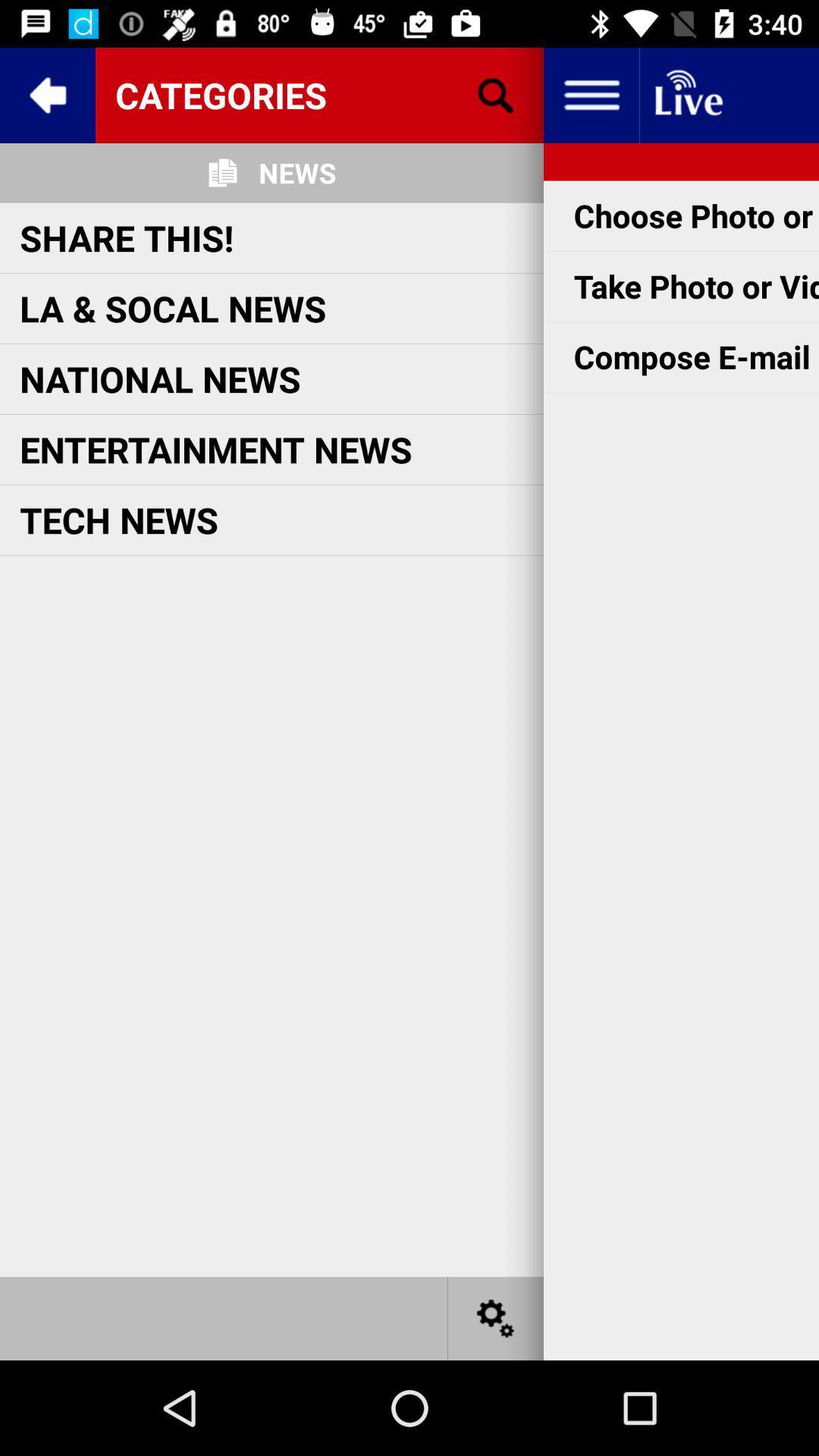  I want to click on item above the entertainment news, so click(160, 378).